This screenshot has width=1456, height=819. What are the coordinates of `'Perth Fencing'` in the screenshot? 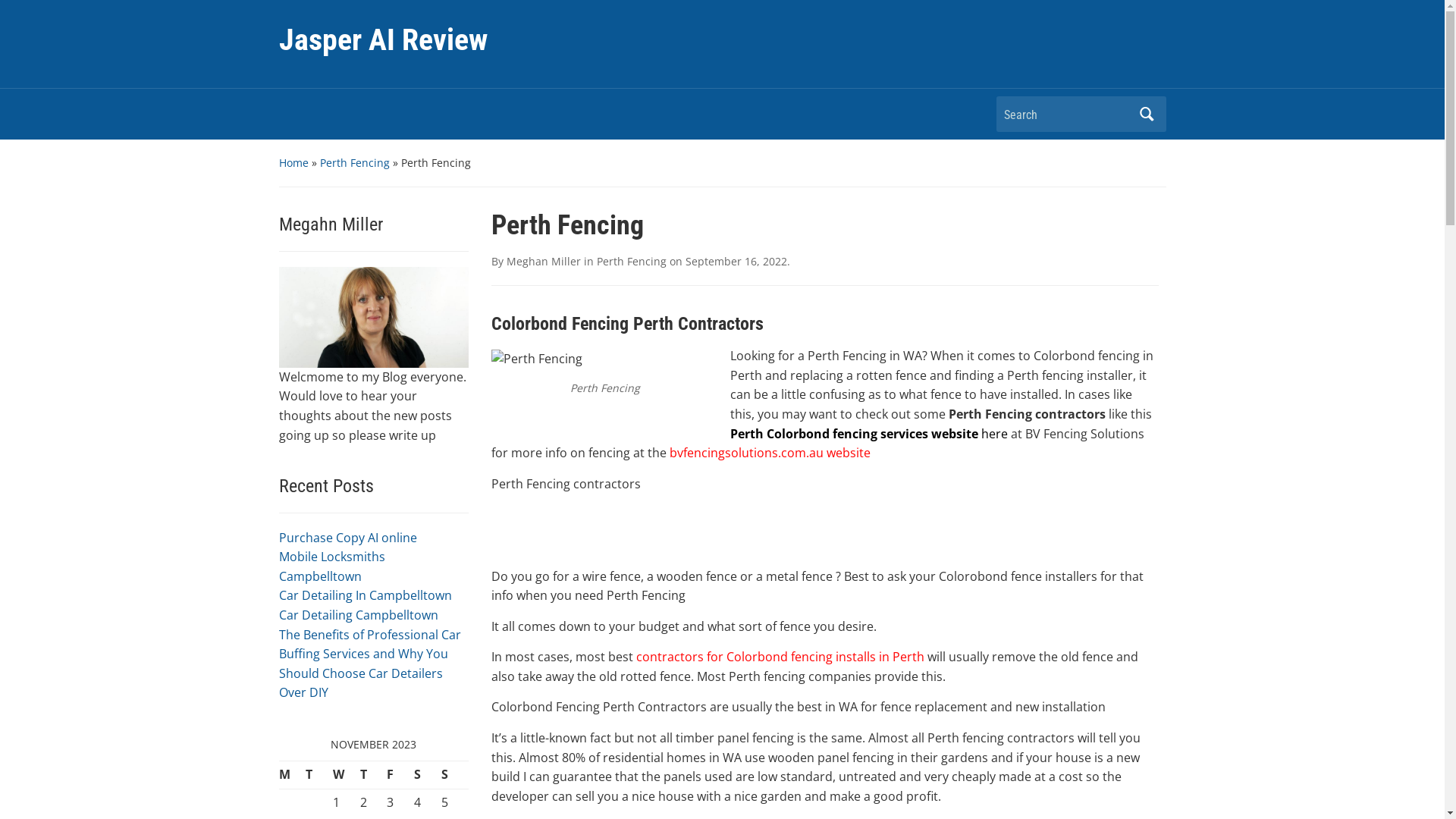 It's located at (630, 260).